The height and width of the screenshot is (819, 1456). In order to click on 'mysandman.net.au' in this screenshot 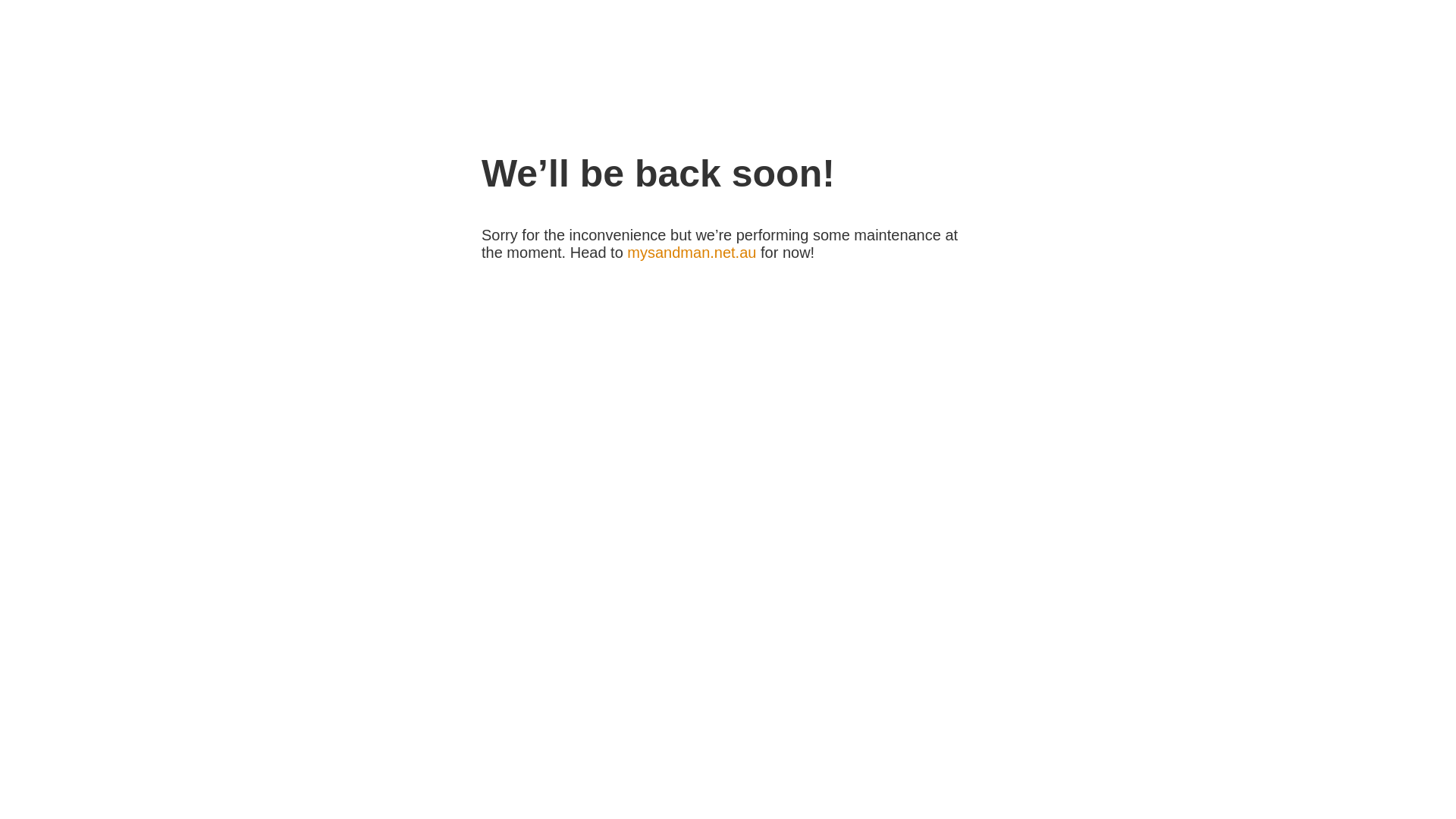, I will do `click(626, 251)`.